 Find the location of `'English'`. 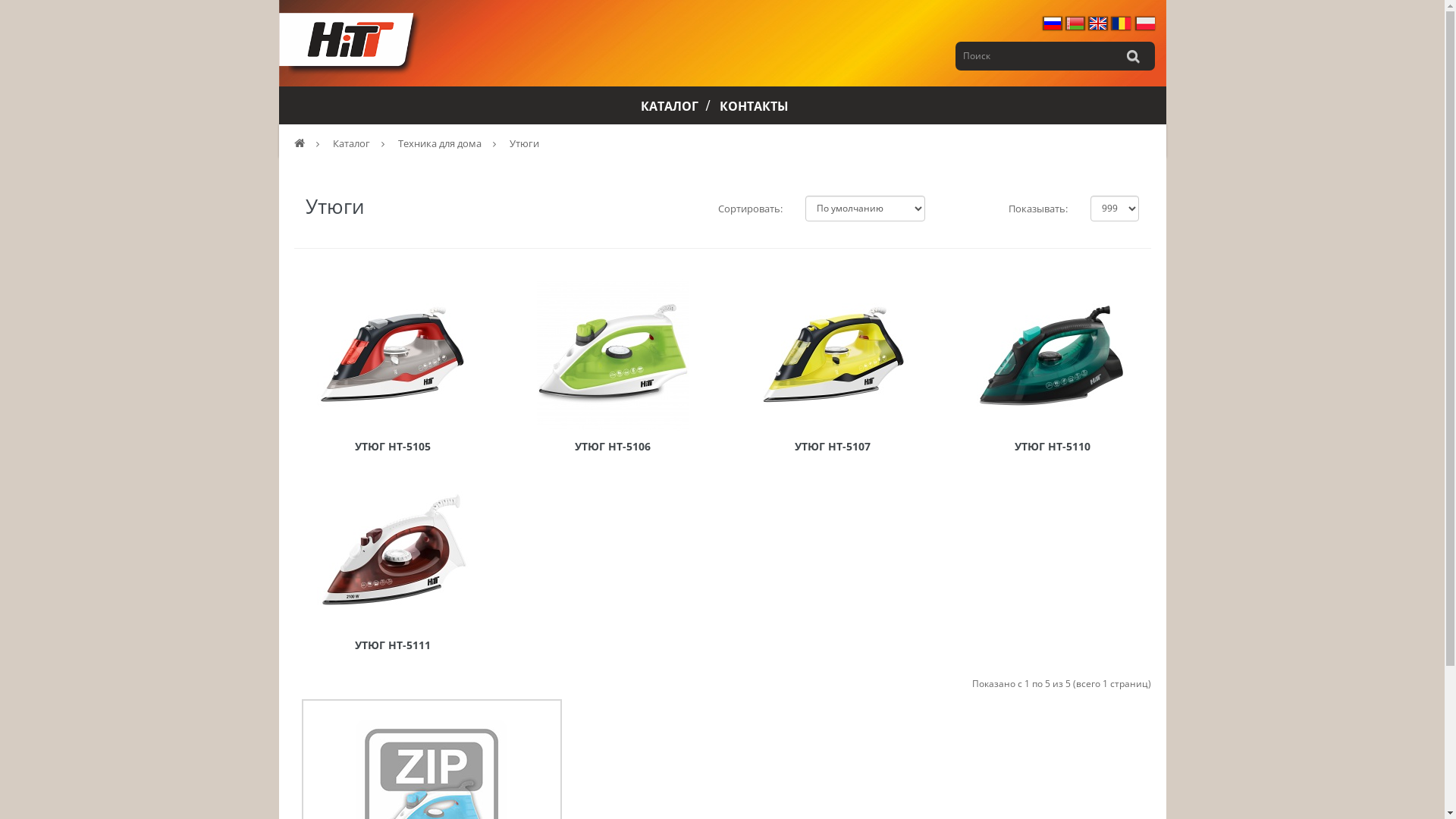

'English' is located at coordinates (1087, 23).